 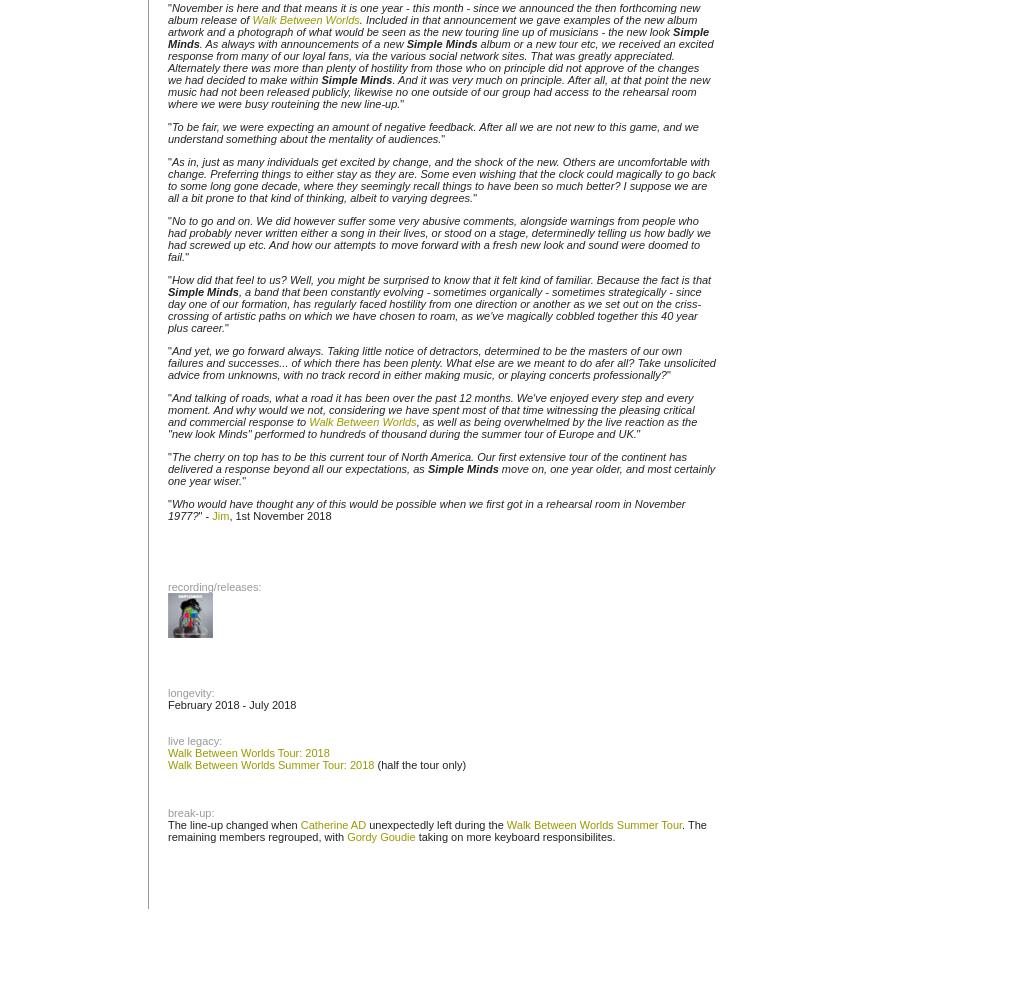 What do you see at coordinates (432, 428) in the screenshot?
I see `', as well as being overwhelmed by
the live reaction as the "new look Minds" performed to hundreds of thousand during the summer tour of Europe and UK.'` at bounding box center [432, 428].